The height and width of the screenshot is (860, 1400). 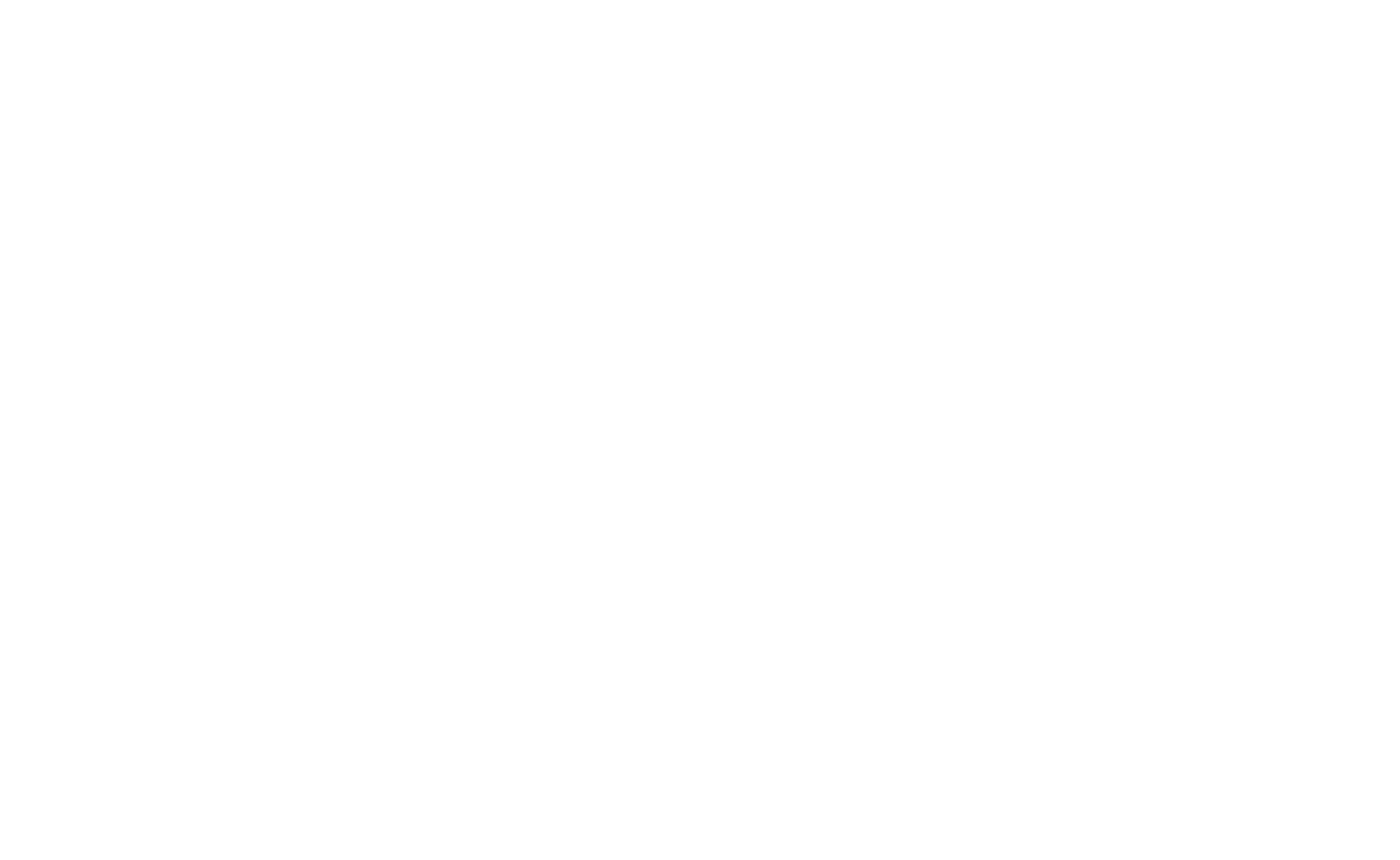 I want to click on 'newyorkrangers.com is the official Web site of the New York Rangers. New York Rangers is a trademark of New York Rangers, LLC. NHL, the NHL Shield, the word mark and image of the Stanley Cup and NHL Conference logos are registered trademarks of the National Hockey League. All NHL logos and marks and NHL team logos and marks as well as all other proprietary materials depicted herein are the property of the NHL and the respective NHL teams and may not be reproduced without the prior written consent of NHL Enterprises, L.P. Copyright © 1999-2023 New York Rangers, LLC and the National Hockey League. All Rights Reserved.', so click(x=233, y=696).